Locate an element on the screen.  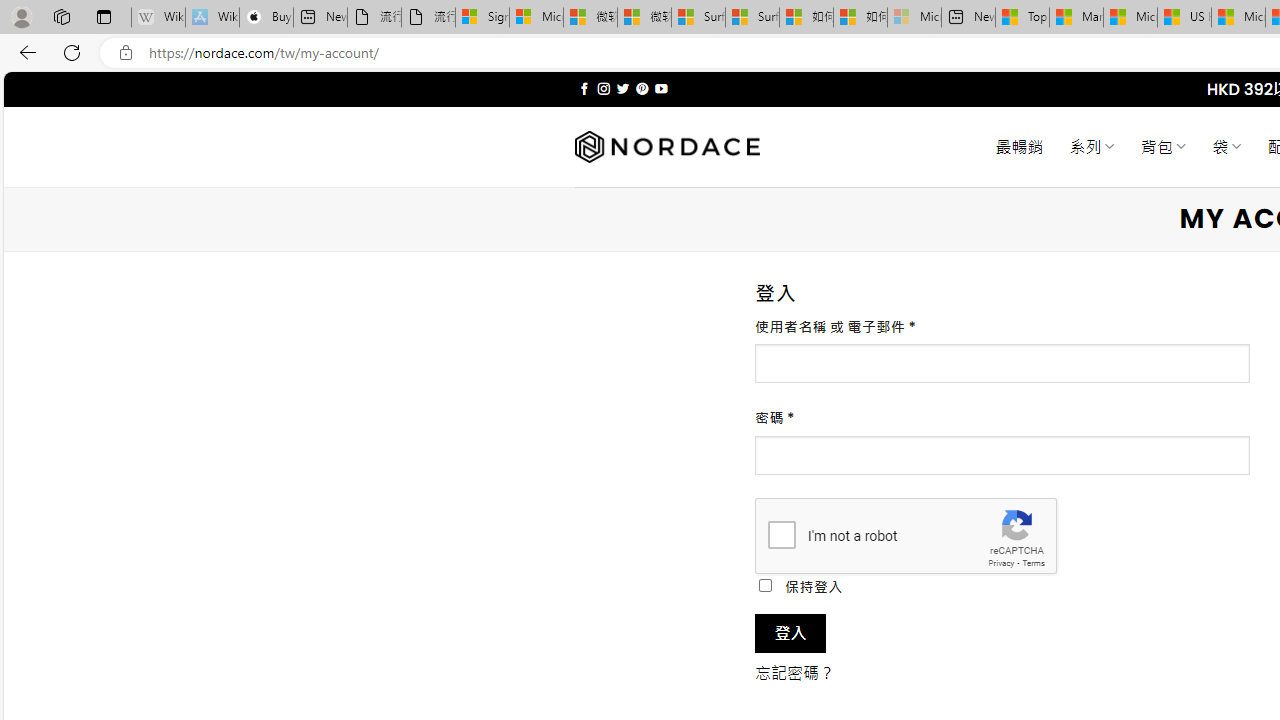
'Follow on YouTube' is located at coordinates (661, 88).